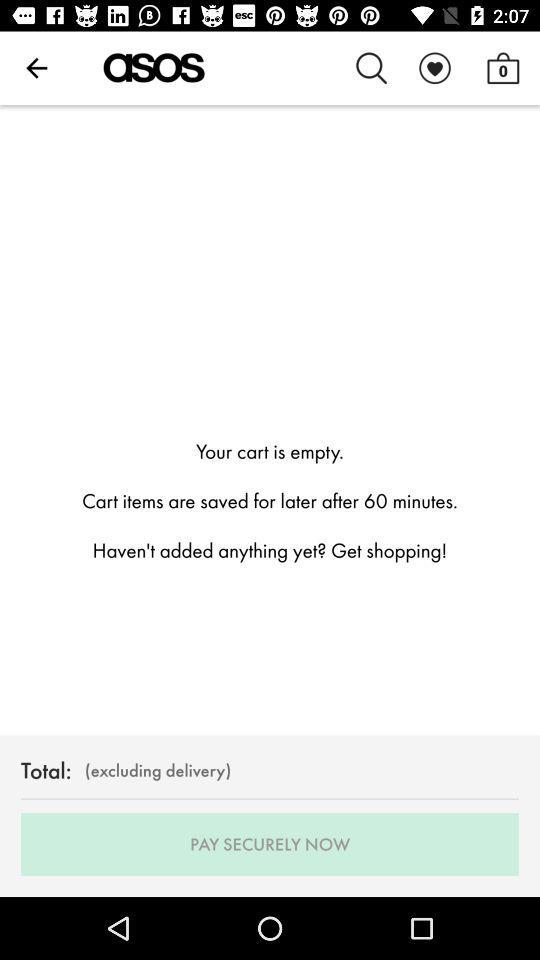  I want to click on the pay securely now item, so click(270, 843).